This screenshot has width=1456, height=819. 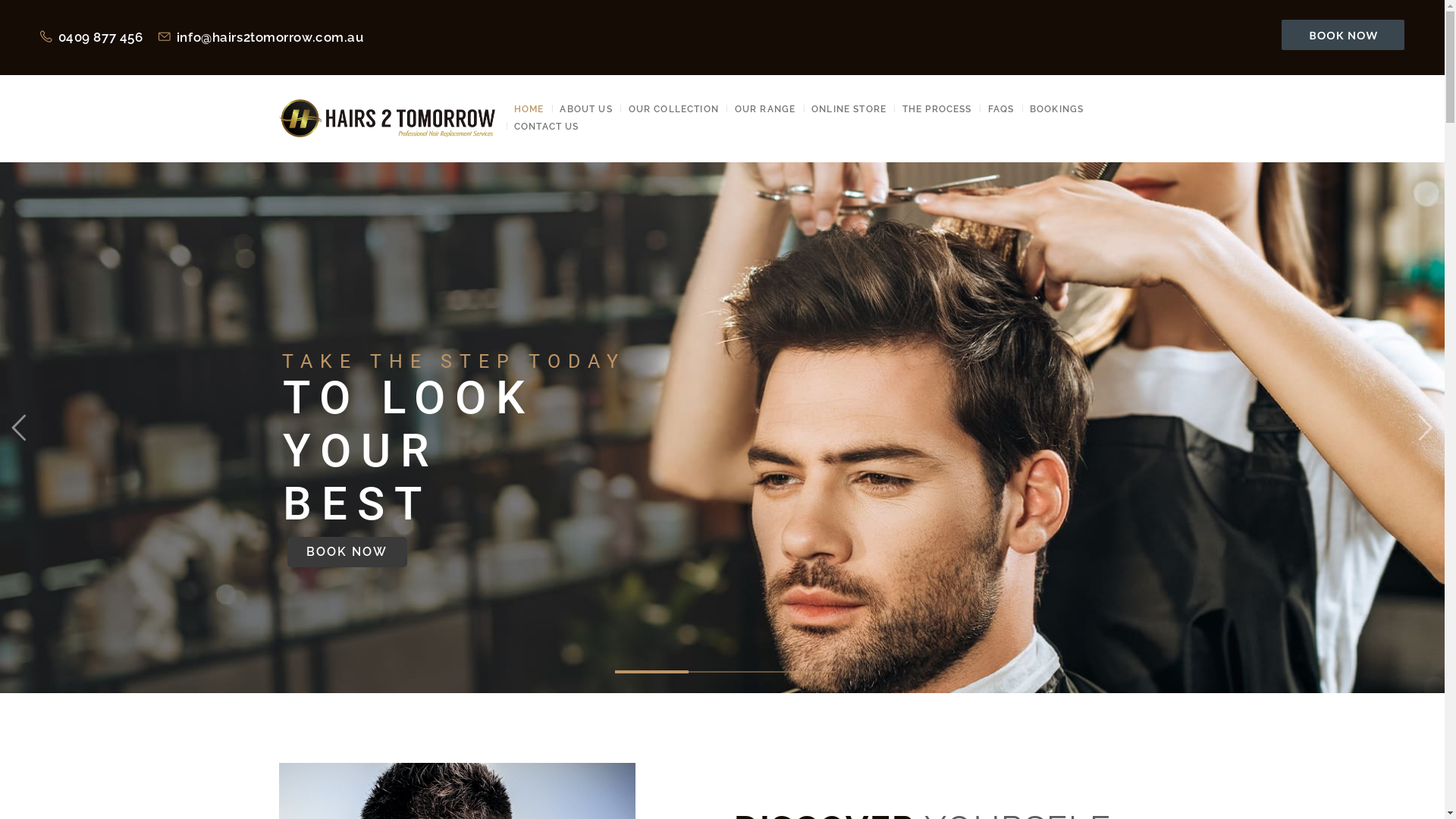 What do you see at coordinates (158, 36) in the screenshot?
I see `'info@hairs2tomorrow.com.au'` at bounding box center [158, 36].